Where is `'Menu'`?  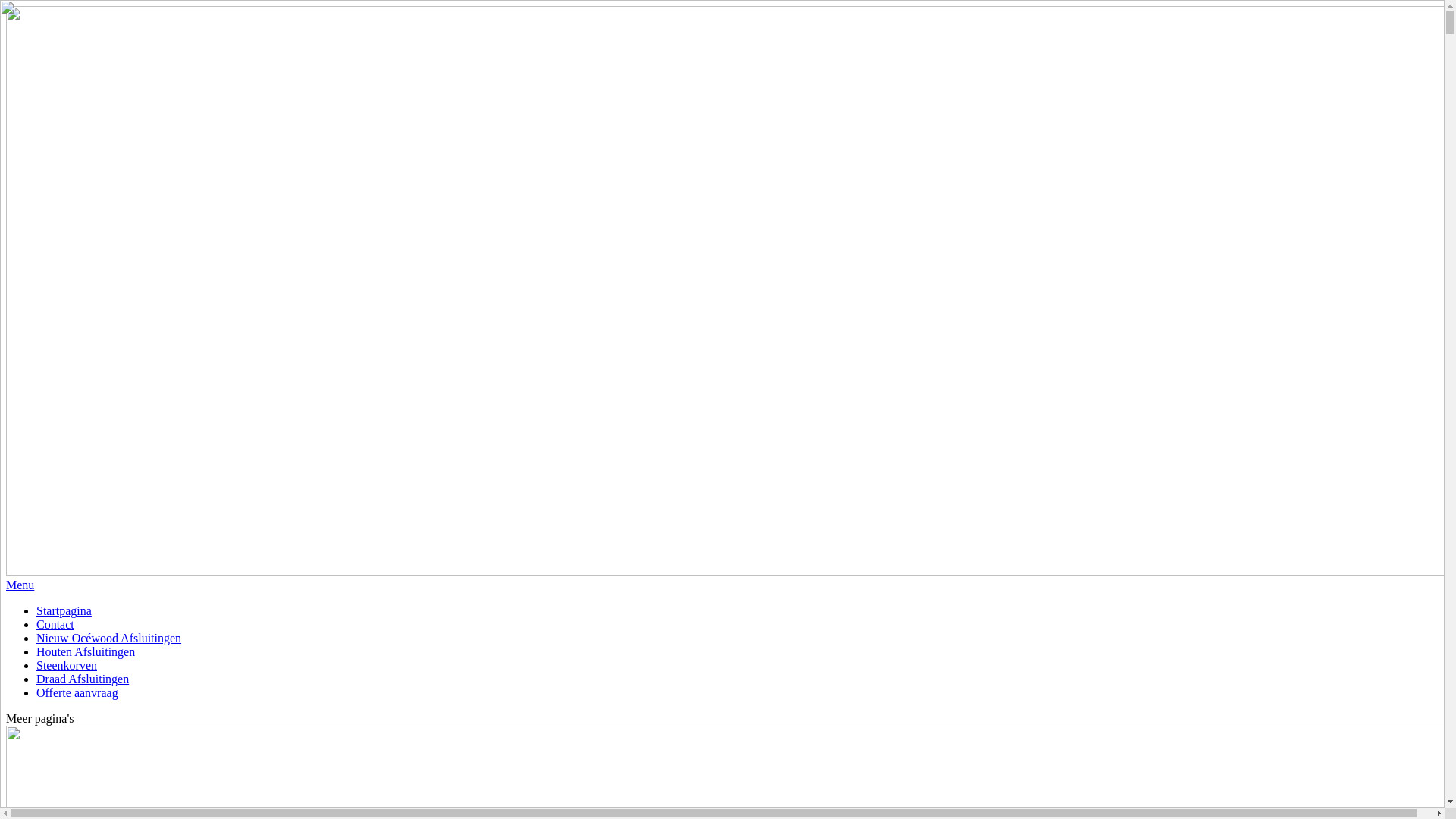 'Menu' is located at coordinates (20, 584).